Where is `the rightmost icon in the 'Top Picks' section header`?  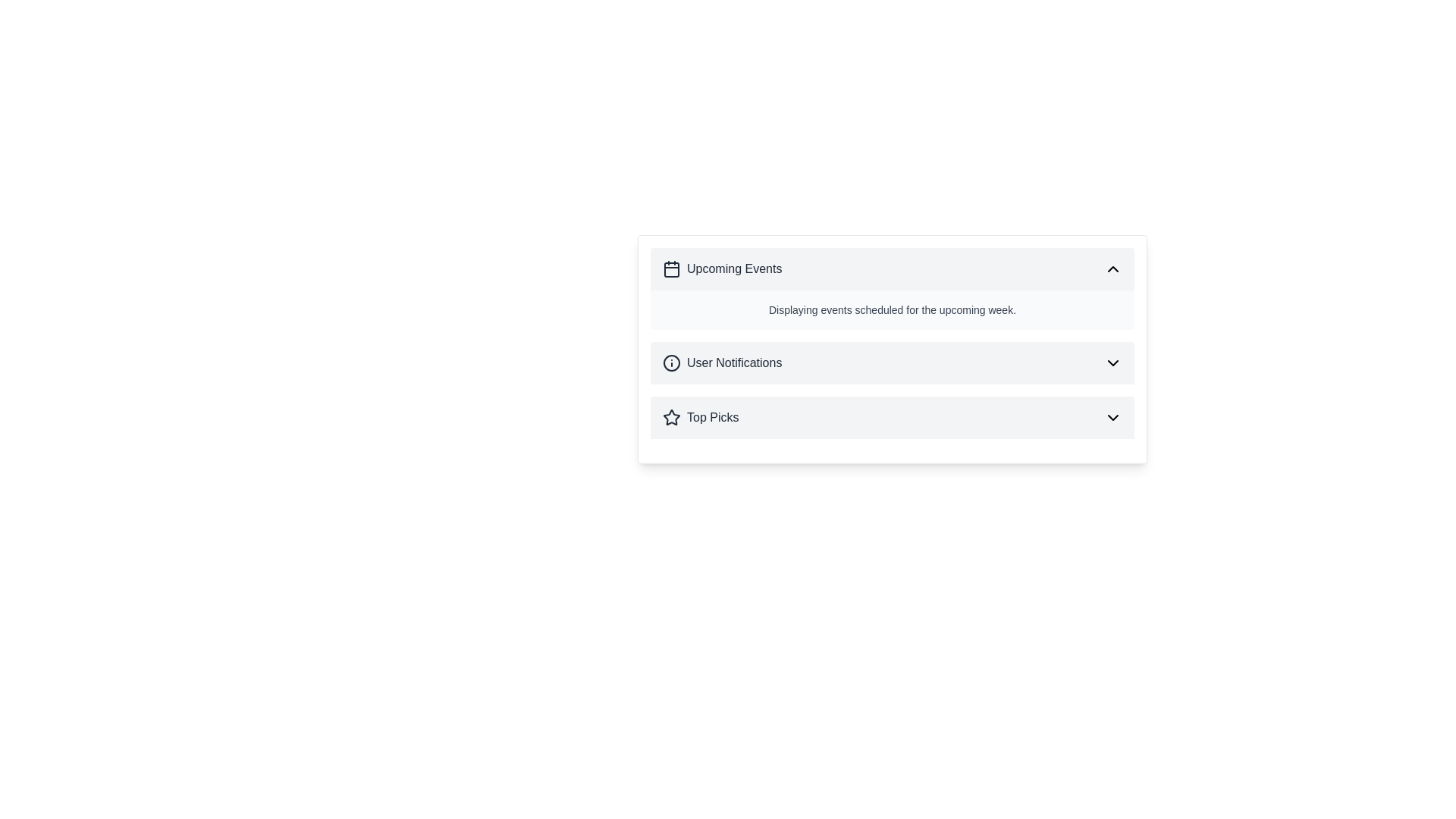
the rightmost icon in the 'Top Picks' section header is located at coordinates (1113, 418).